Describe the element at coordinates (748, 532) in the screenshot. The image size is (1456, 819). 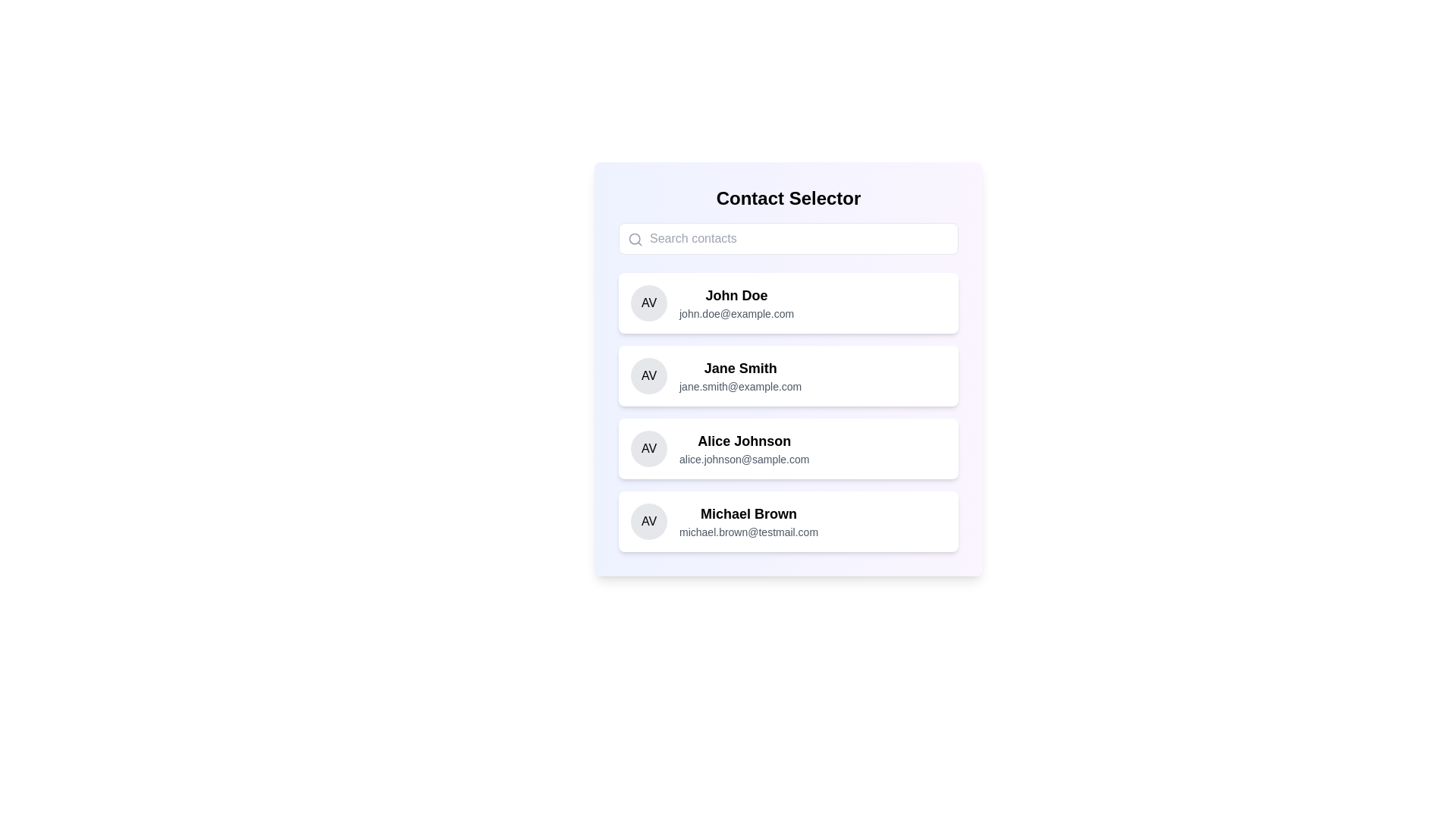
I see `the email text label 'michael.brown@testmail.com' located below the name 'Michael Brown' in the fourth contact card of the list` at that location.